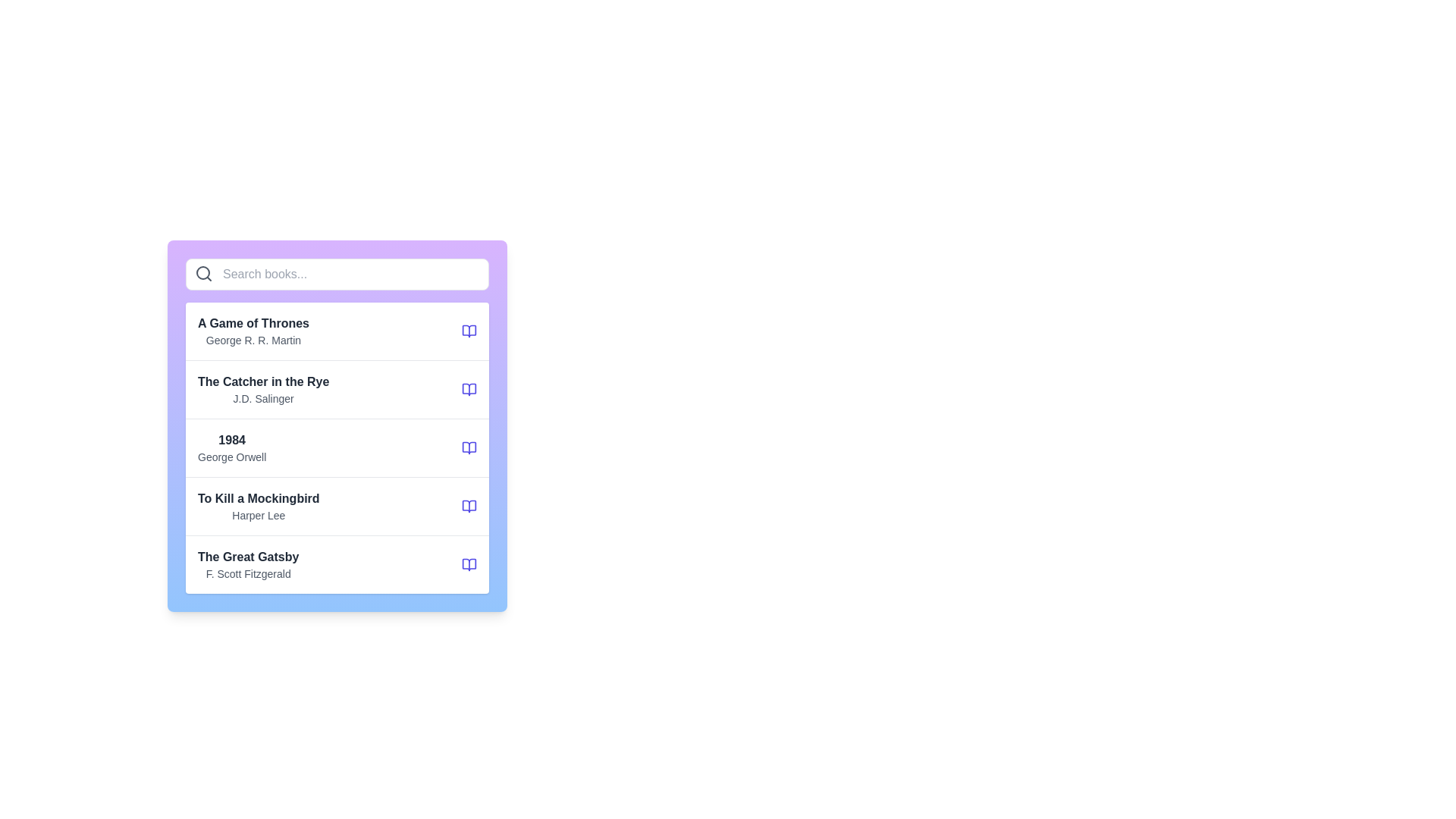 The height and width of the screenshot is (819, 1456). Describe the element at coordinates (337, 330) in the screenshot. I see `the first clickable list item representing 'A Game of Thrones' by George R. R. Martin` at that location.